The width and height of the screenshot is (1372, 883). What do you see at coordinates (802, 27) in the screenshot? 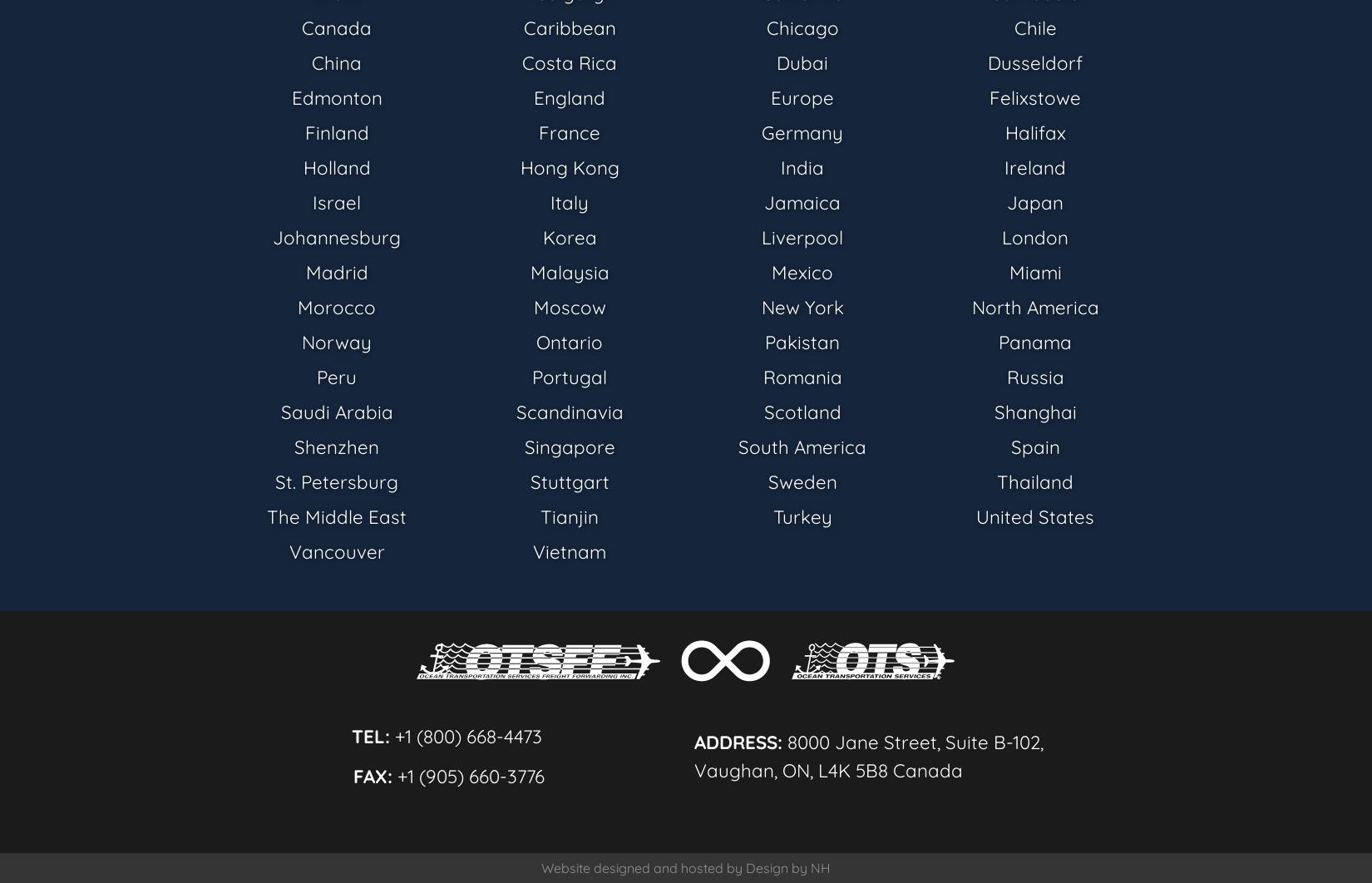
I see `'Chicago'` at bounding box center [802, 27].